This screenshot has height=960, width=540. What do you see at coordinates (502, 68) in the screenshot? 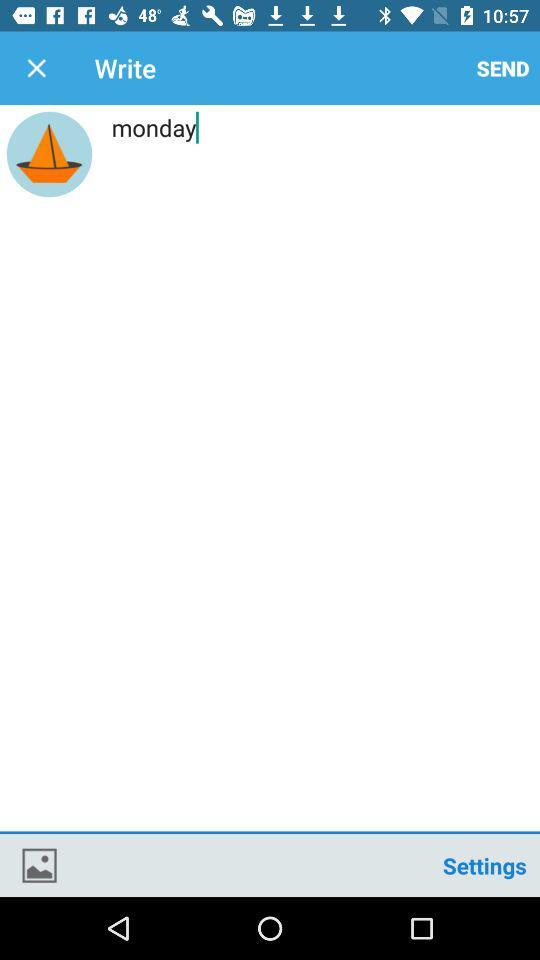
I see `send` at bounding box center [502, 68].